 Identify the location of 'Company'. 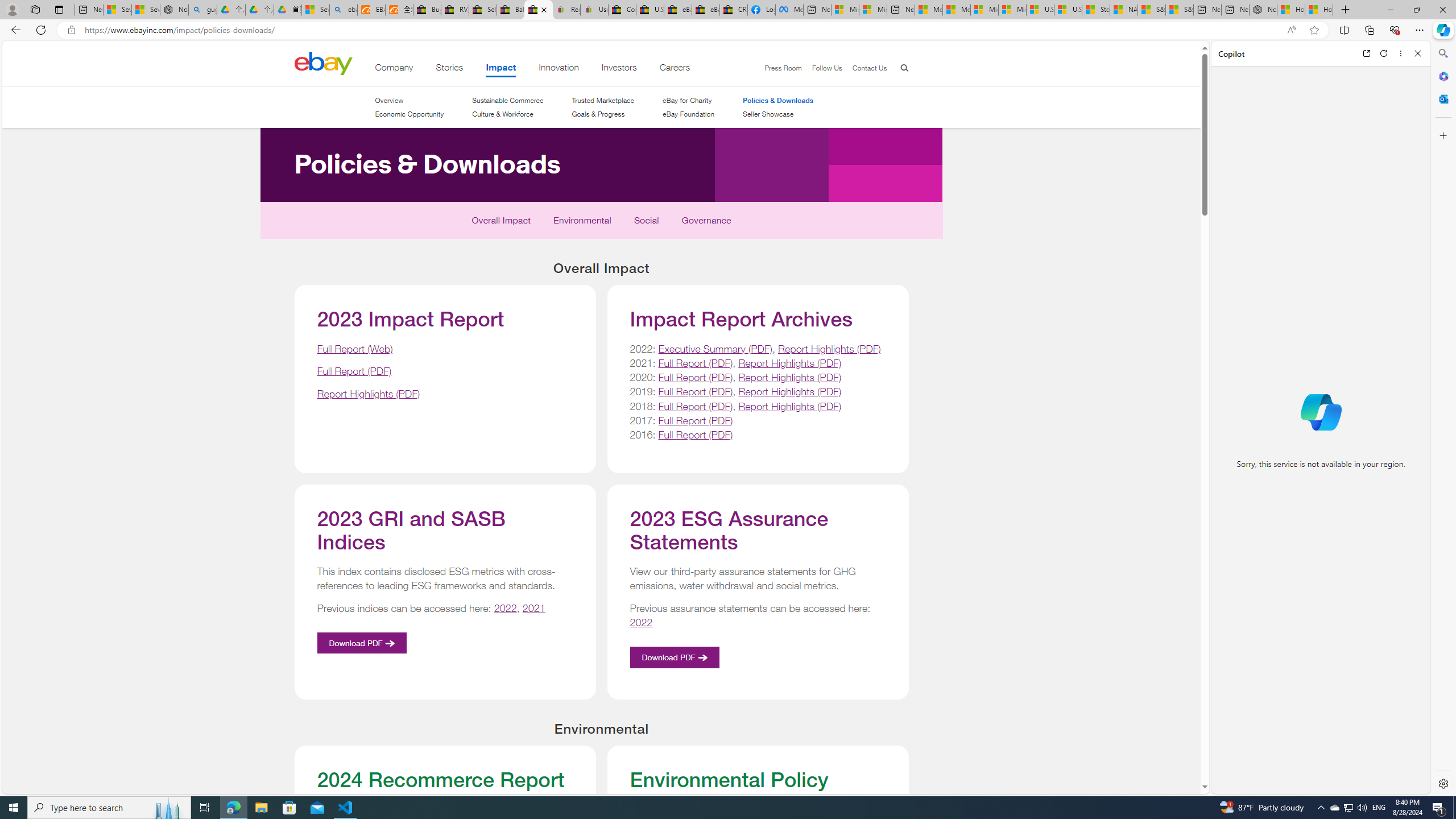
(394, 69).